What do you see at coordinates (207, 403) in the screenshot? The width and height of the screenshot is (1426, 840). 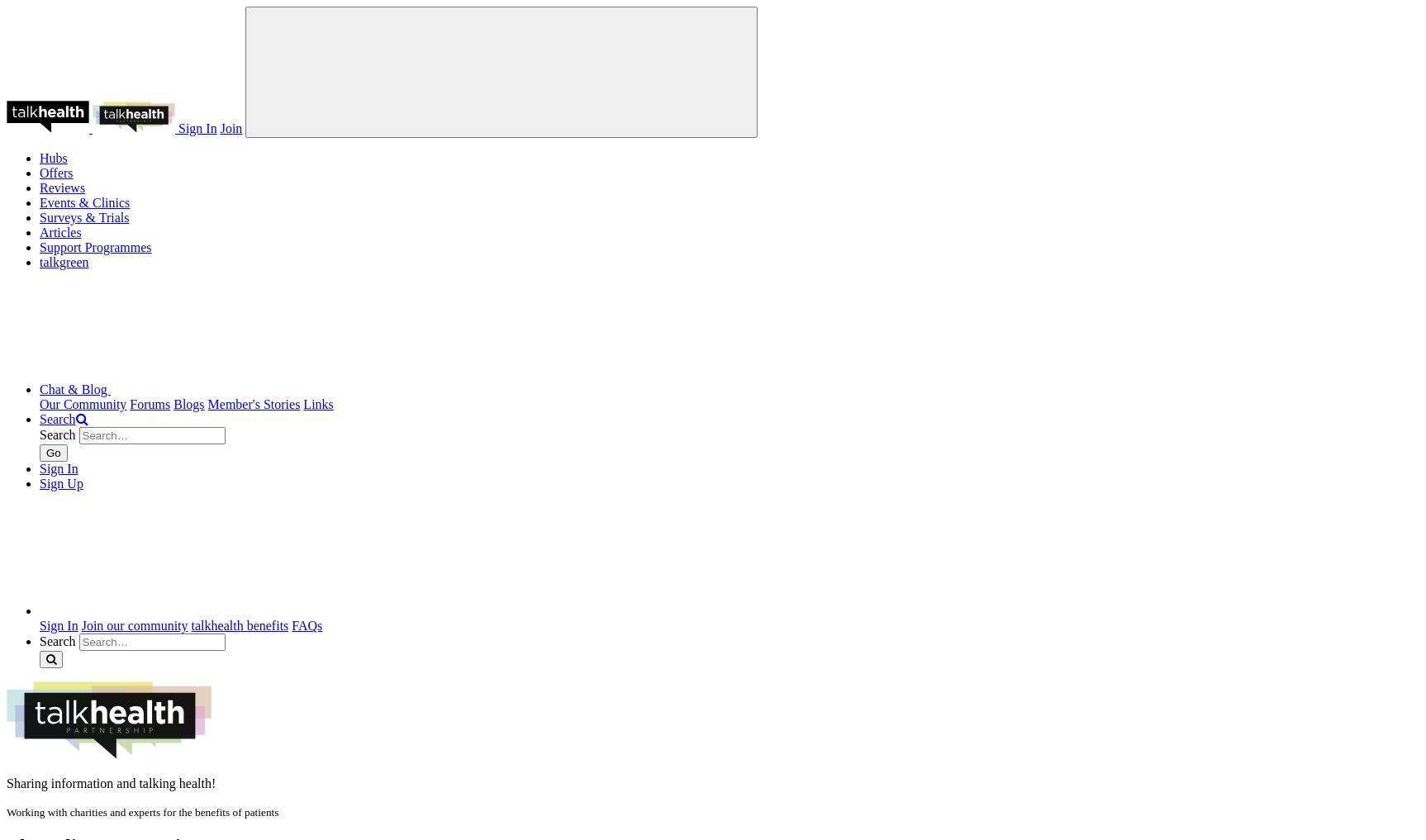 I see `'Member's Stories'` at bounding box center [207, 403].